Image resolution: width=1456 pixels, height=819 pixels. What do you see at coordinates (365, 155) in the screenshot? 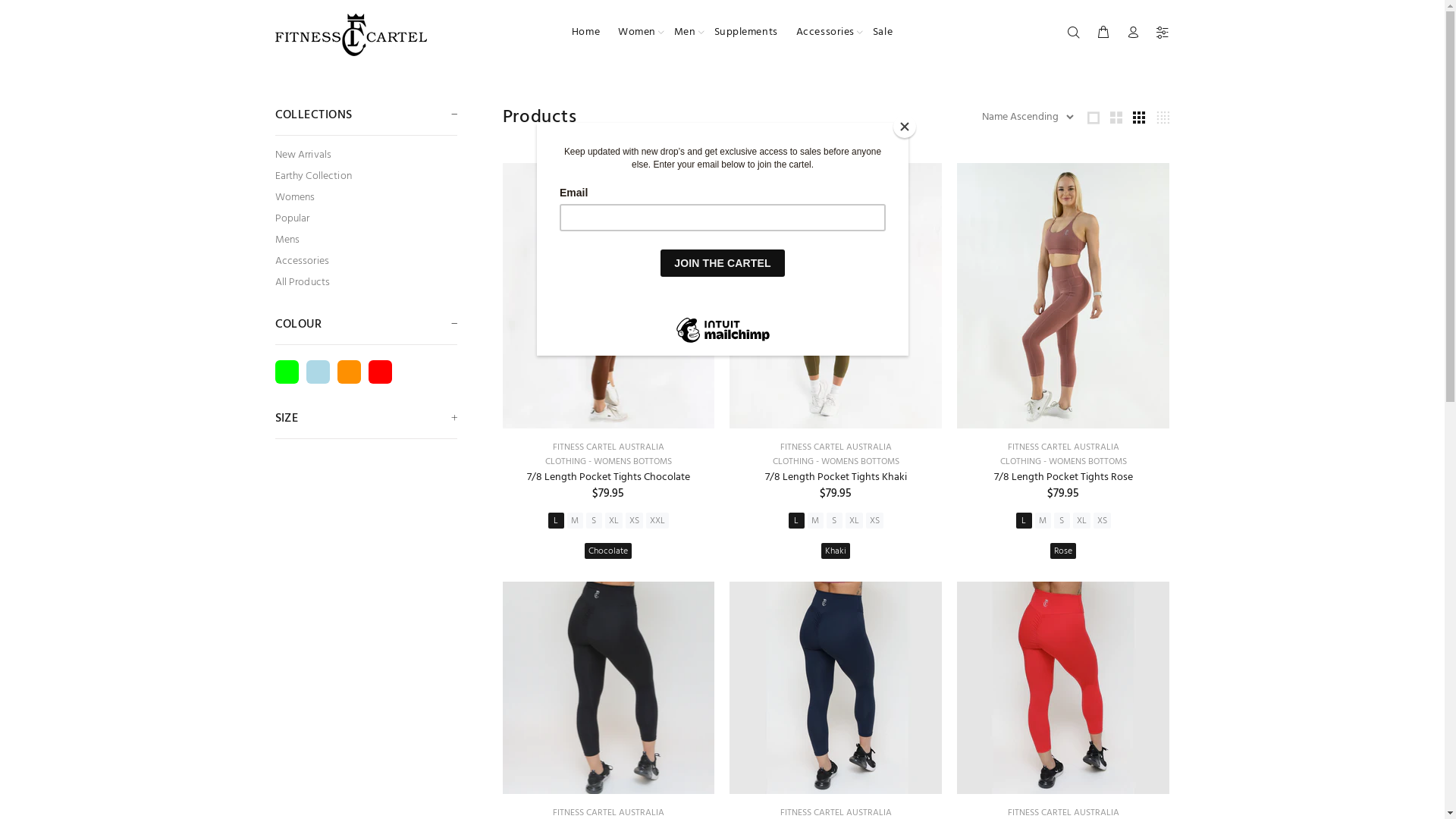
I see `'New Arrivals'` at bounding box center [365, 155].